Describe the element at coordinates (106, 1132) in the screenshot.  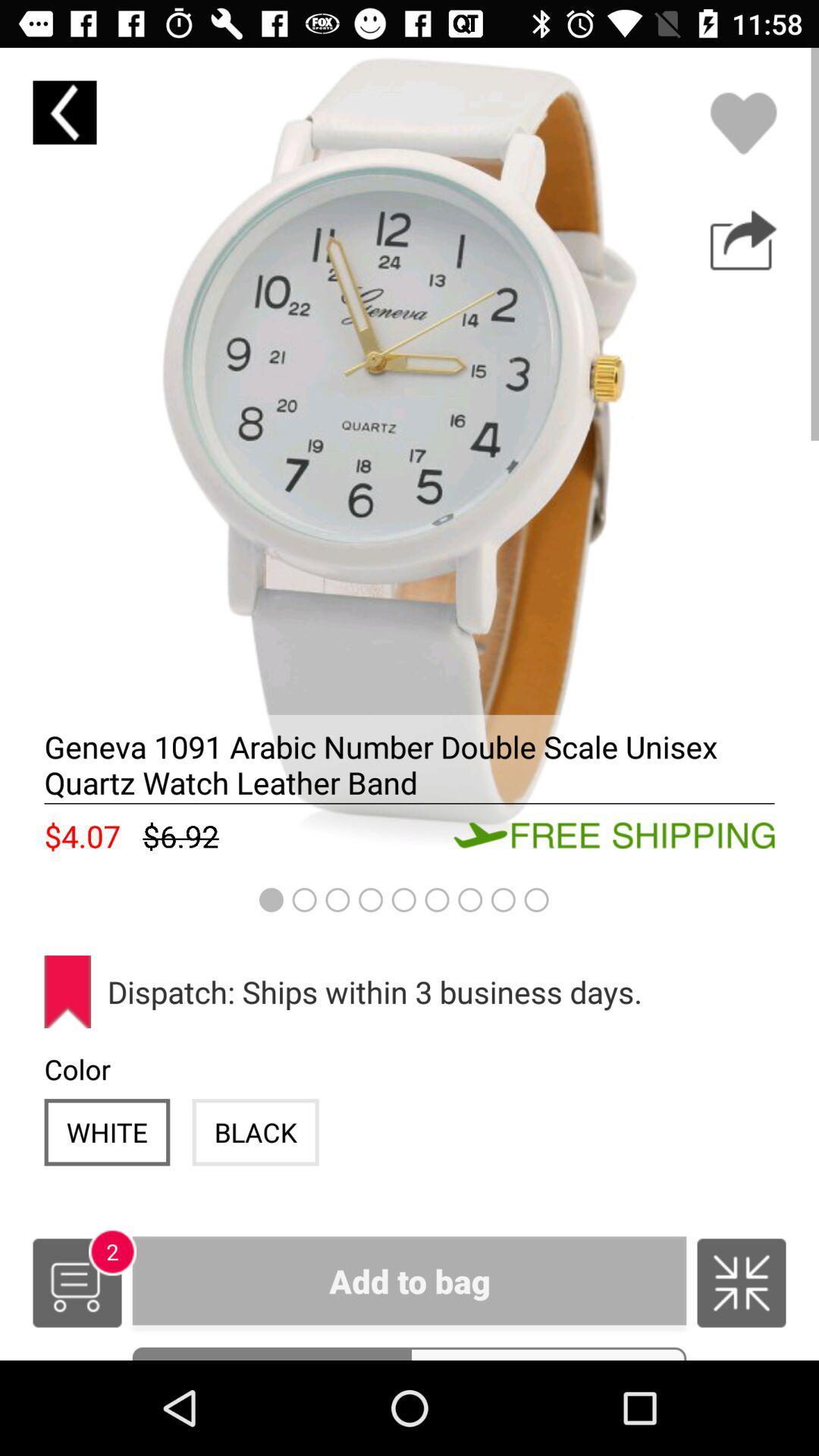
I see `white` at that location.